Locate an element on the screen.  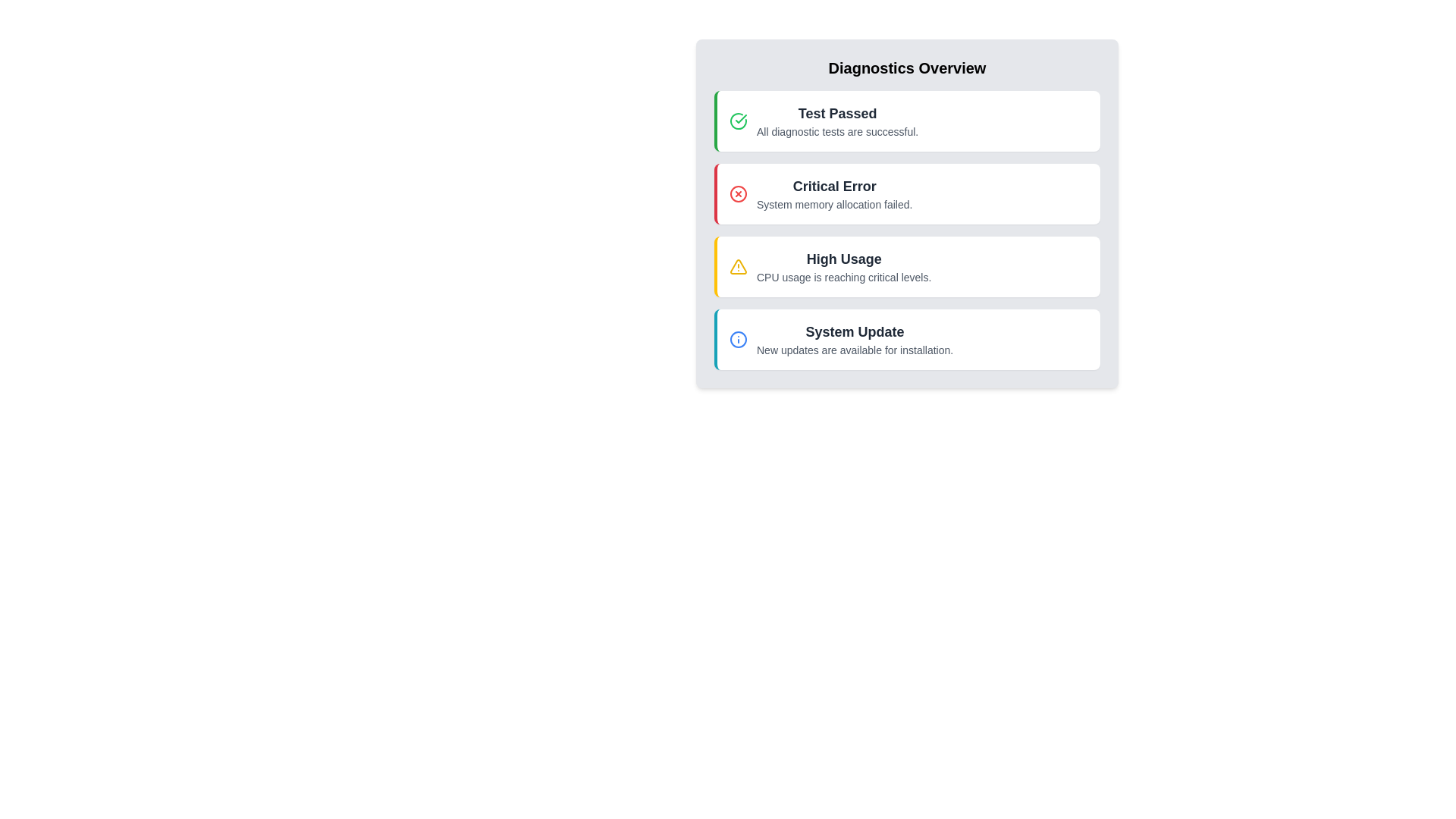
the alert icon indicating high CPU usage, which is a triangle located adjacent to the label 'High Usage' in the diagnostics overview panel is located at coordinates (739, 265).